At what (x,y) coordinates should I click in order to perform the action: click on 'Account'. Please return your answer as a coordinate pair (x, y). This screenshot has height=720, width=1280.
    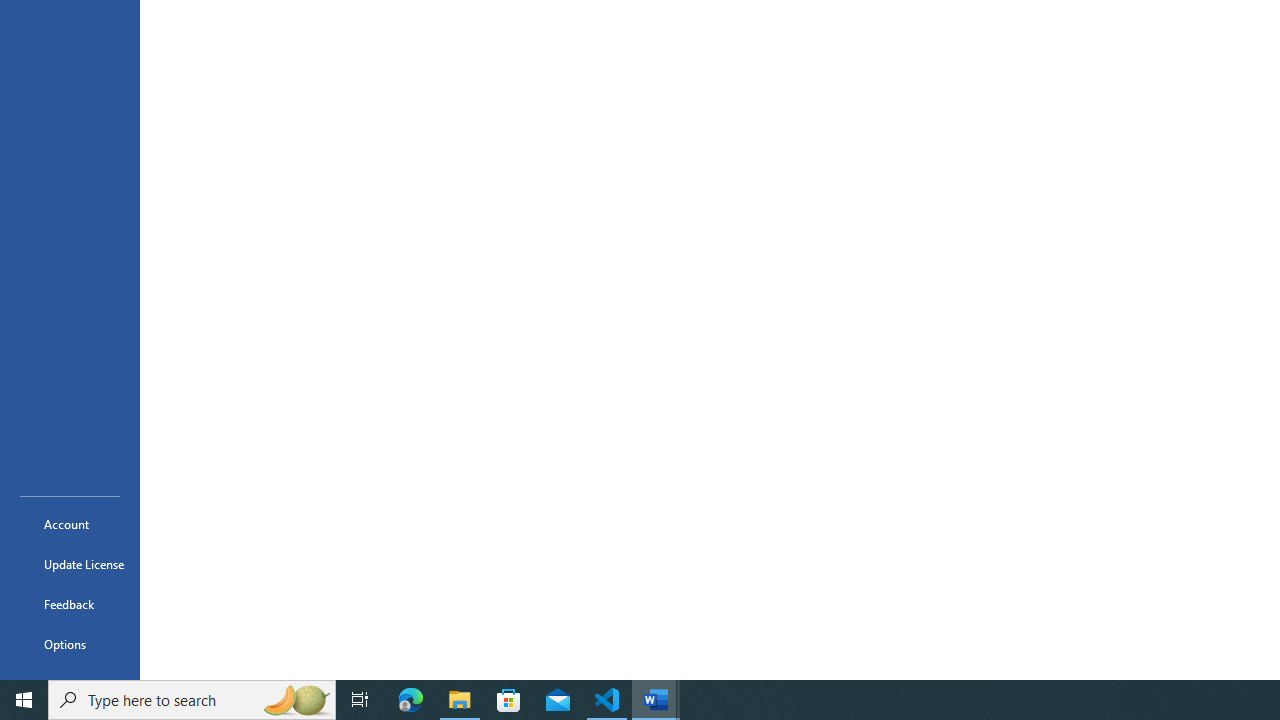
    Looking at the image, I should click on (69, 523).